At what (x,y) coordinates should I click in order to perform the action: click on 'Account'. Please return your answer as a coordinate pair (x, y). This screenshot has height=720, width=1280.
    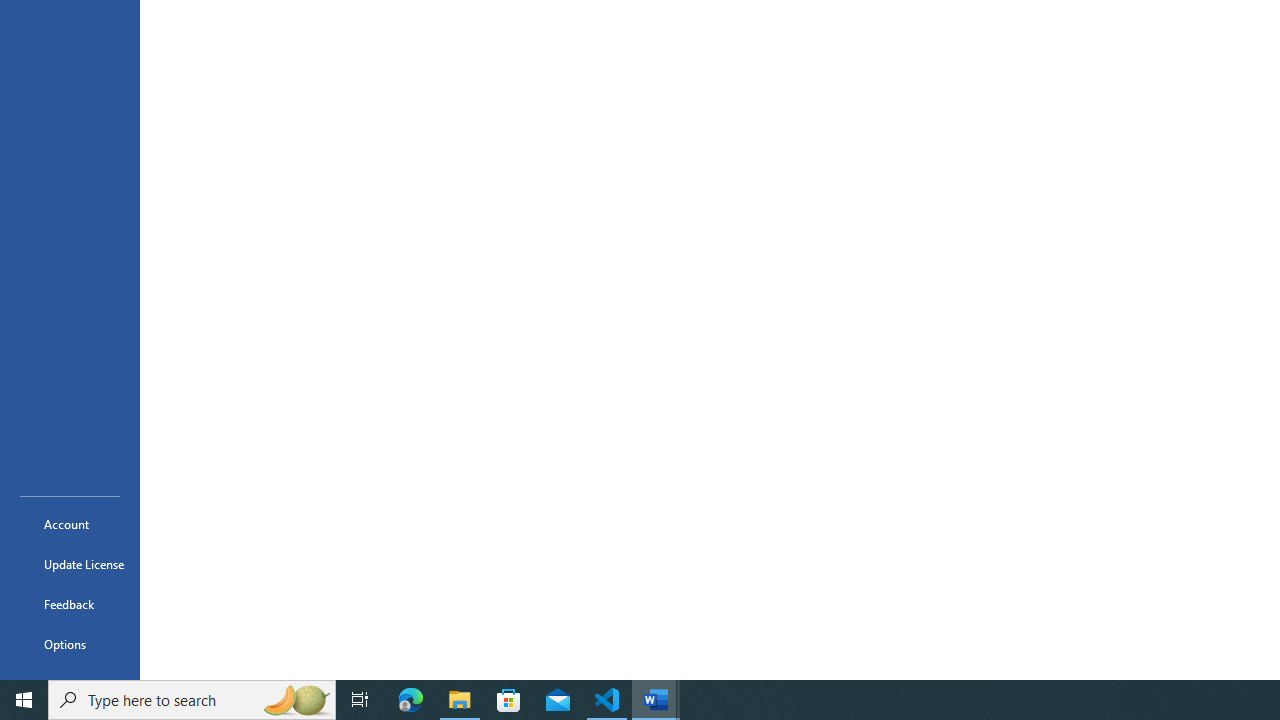
    Looking at the image, I should click on (69, 523).